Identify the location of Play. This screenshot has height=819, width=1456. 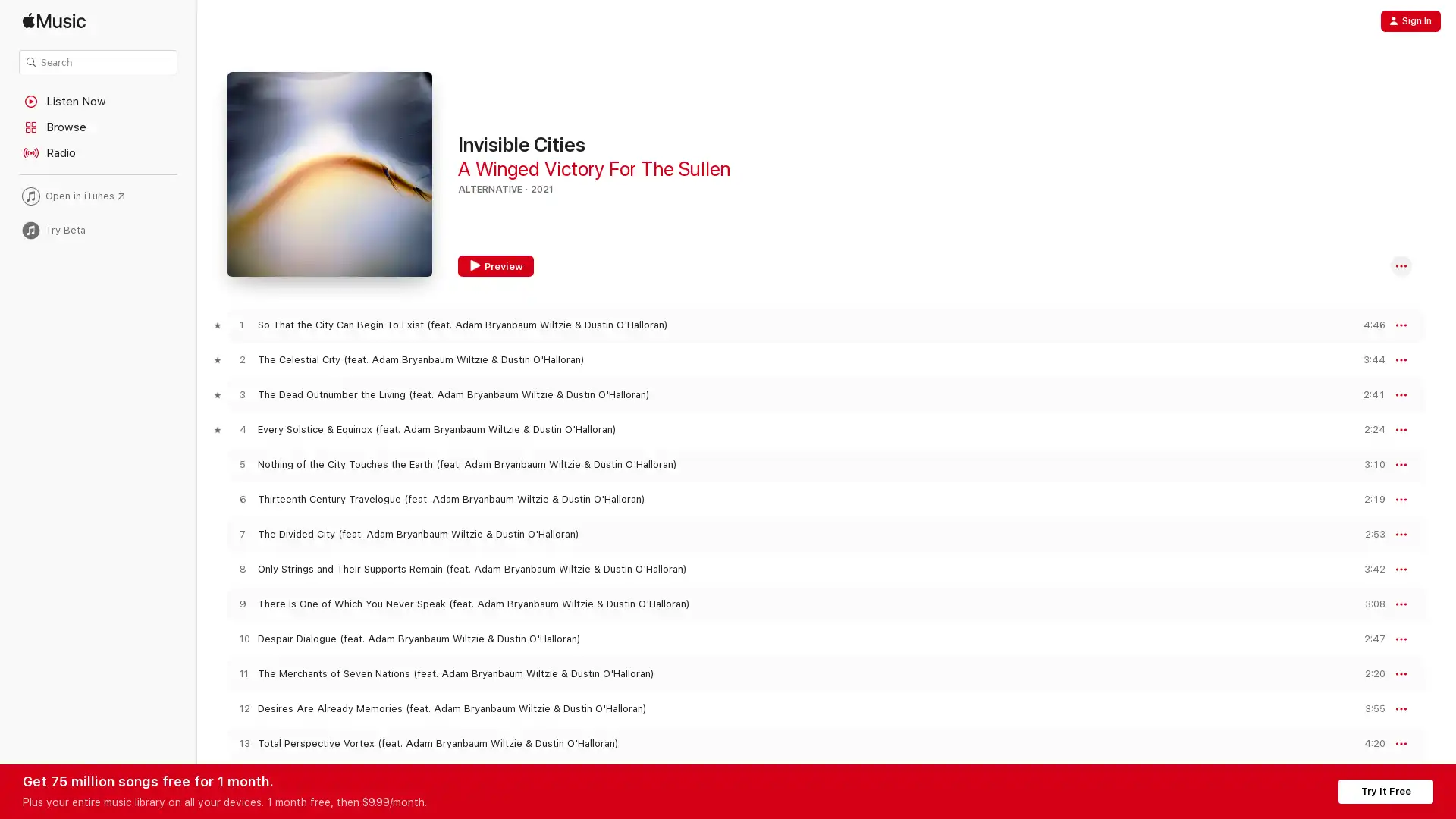
(241, 324).